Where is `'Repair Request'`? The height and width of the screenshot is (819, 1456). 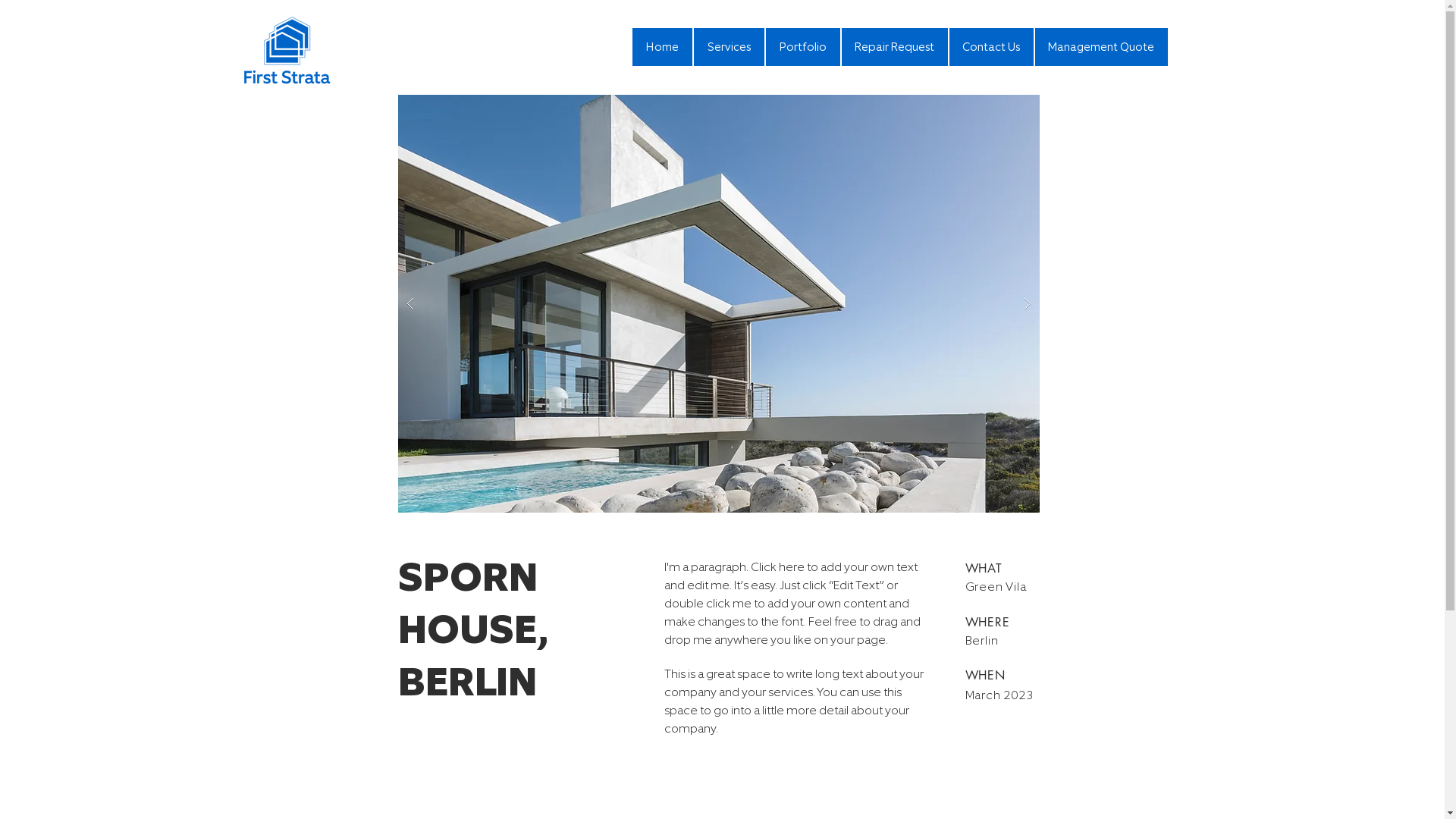
'Repair Request' is located at coordinates (895, 45).